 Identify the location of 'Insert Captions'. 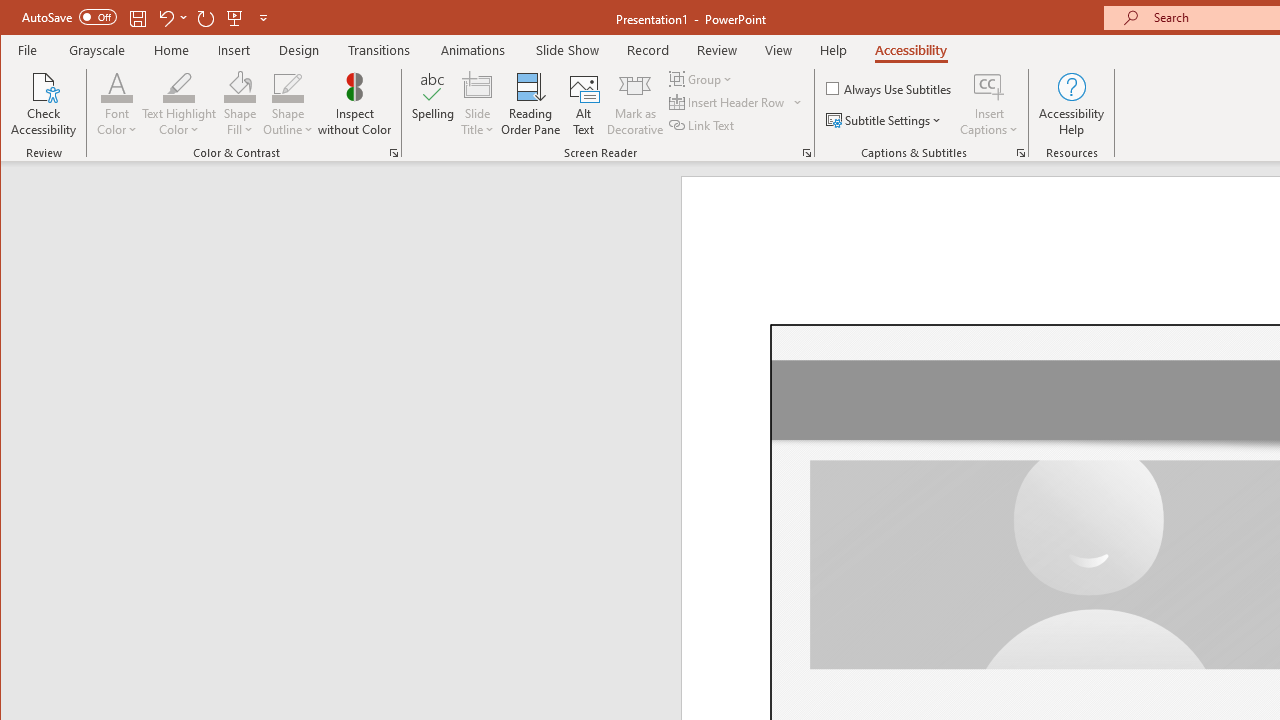
(989, 104).